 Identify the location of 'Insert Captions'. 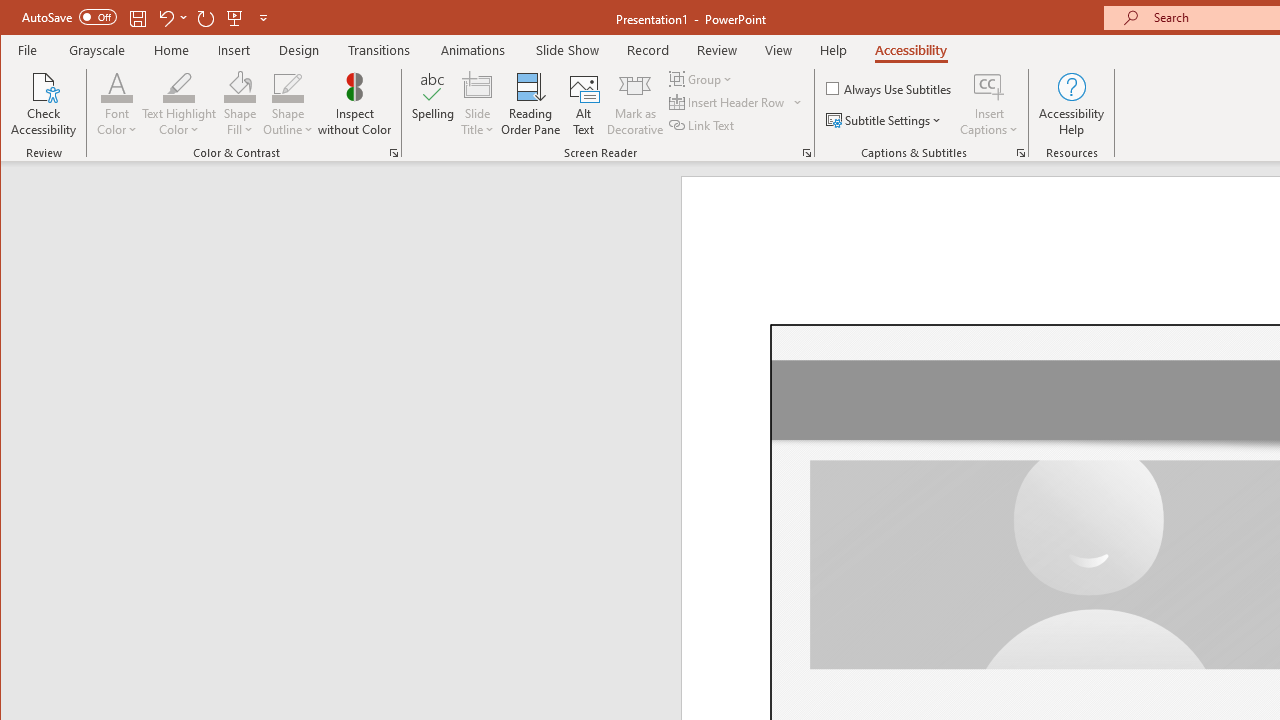
(989, 104).